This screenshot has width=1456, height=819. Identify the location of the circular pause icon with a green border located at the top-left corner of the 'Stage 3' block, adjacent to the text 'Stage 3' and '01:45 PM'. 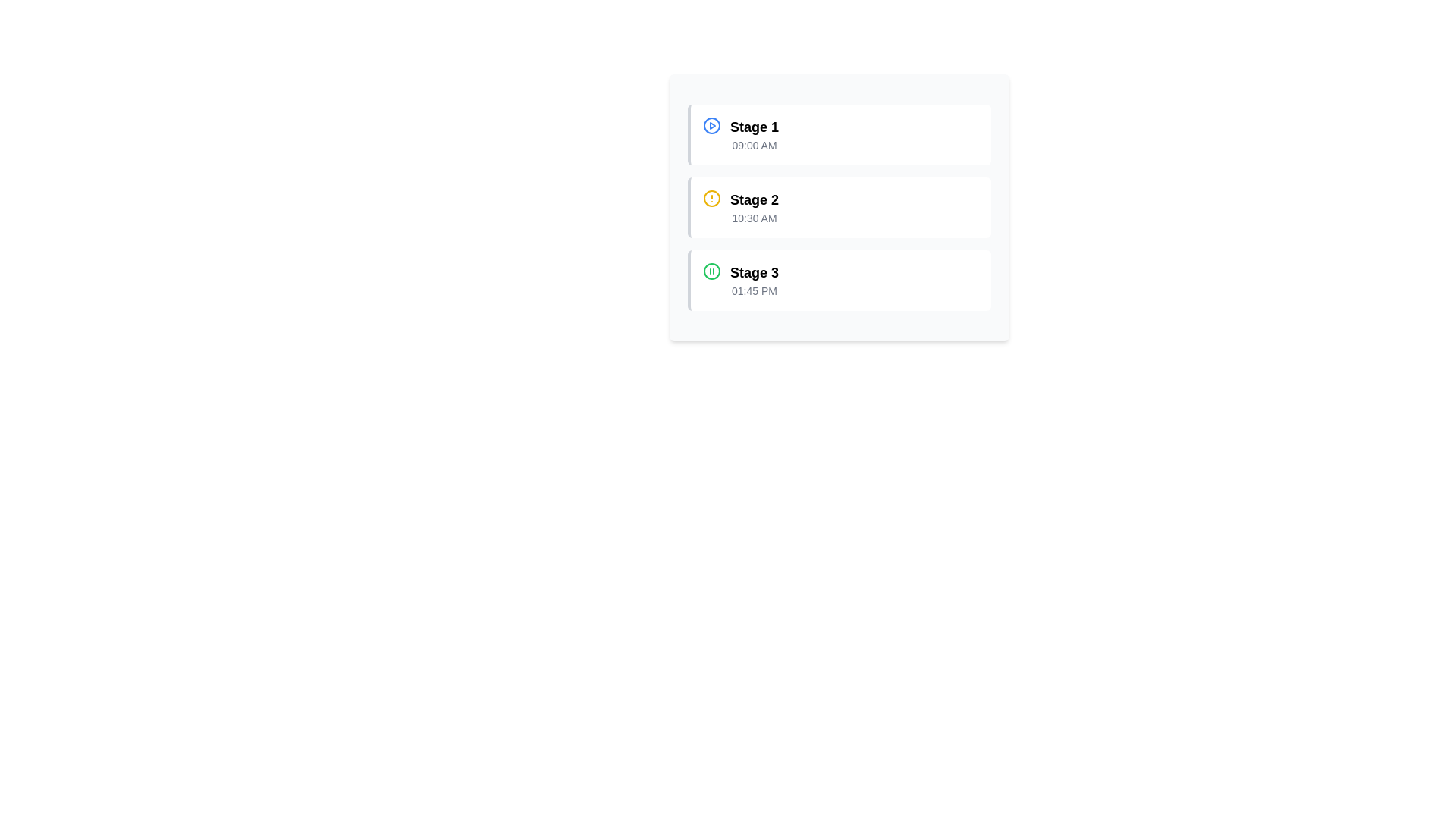
(711, 271).